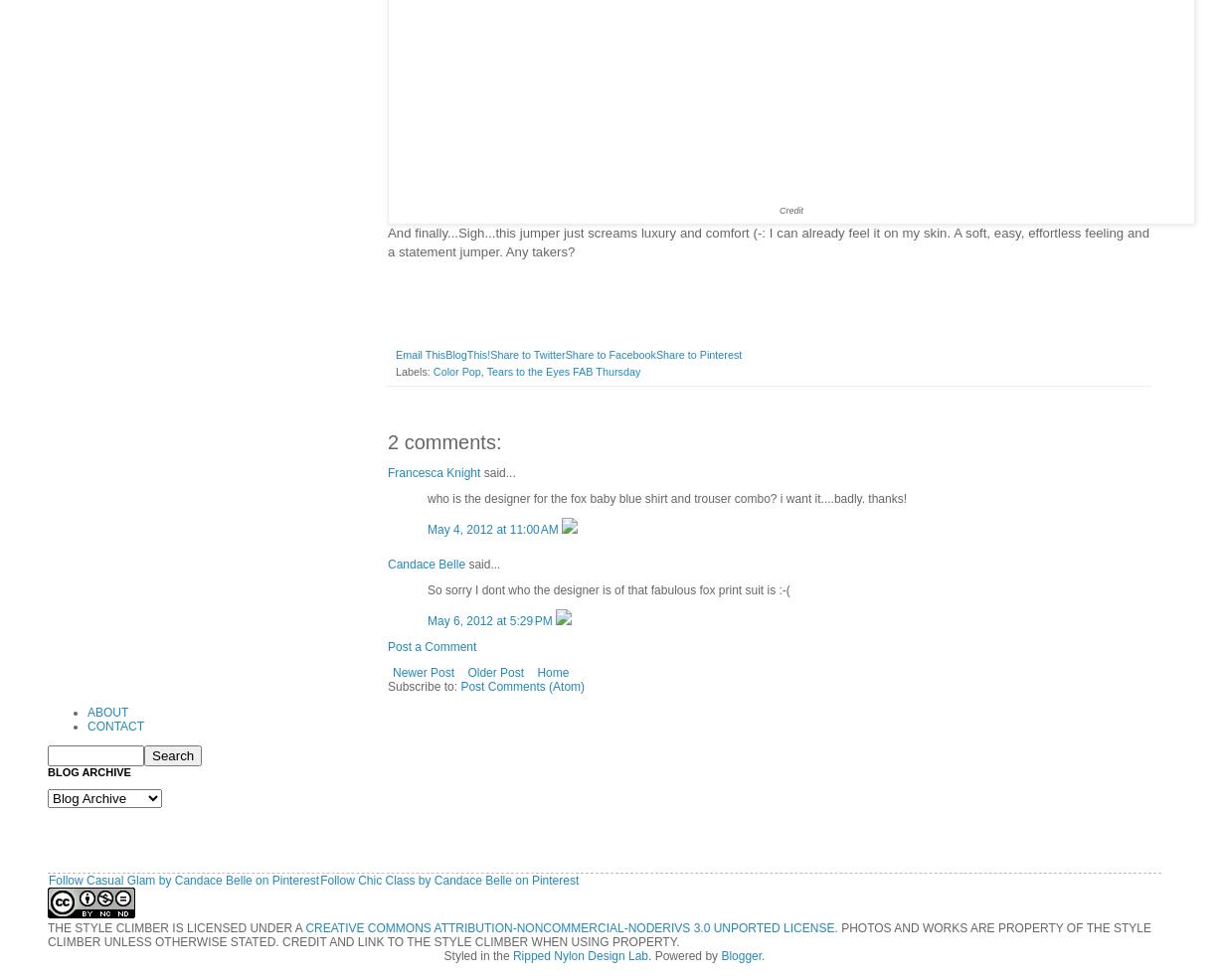 The width and height of the screenshot is (1221, 980). Describe the element at coordinates (698, 353) in the screenshot. I see `'Share to Pinterest'` at that location.